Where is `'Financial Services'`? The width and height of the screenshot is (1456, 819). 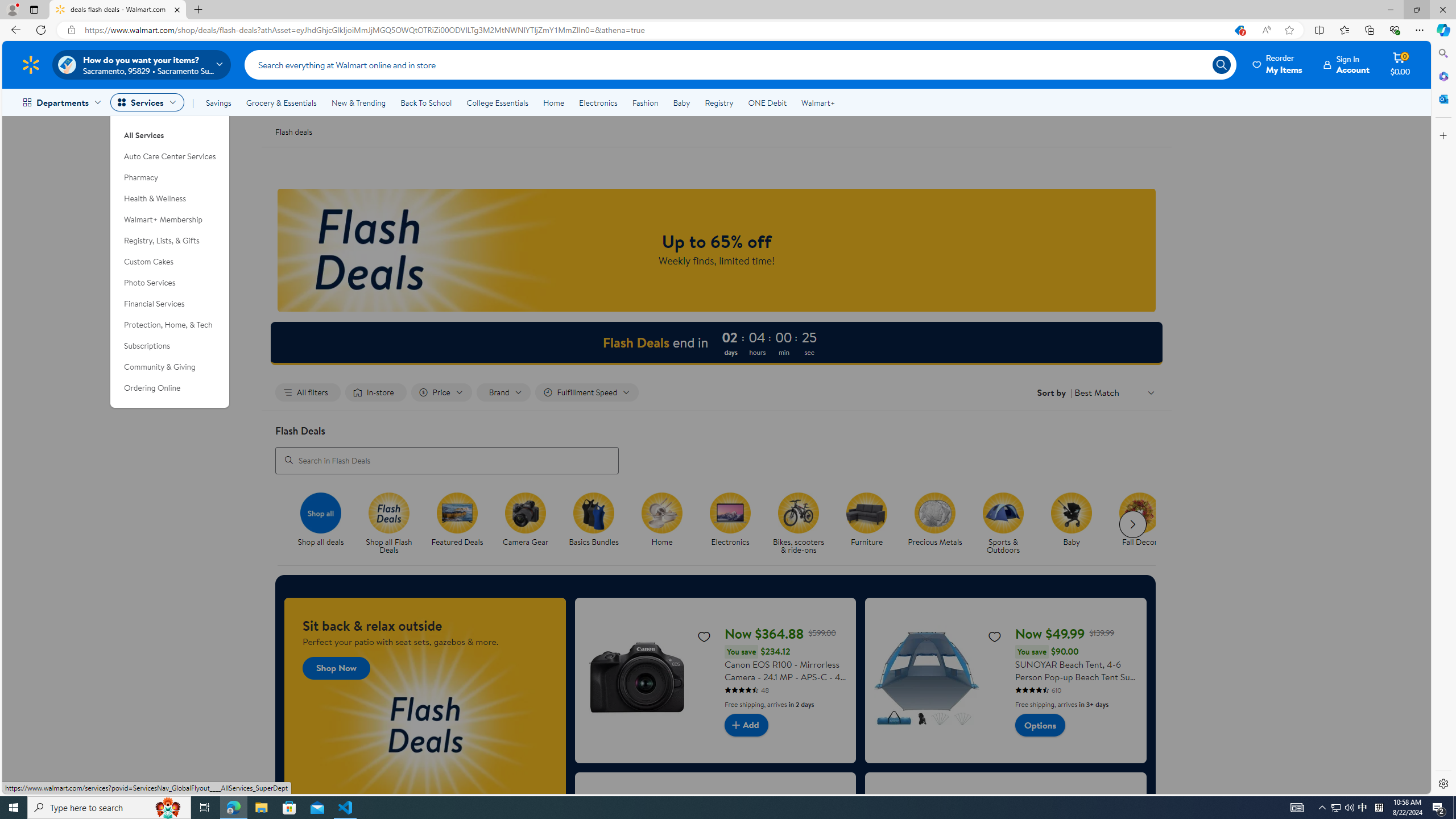 'Financial Services' is located at coordinates (169, 303).